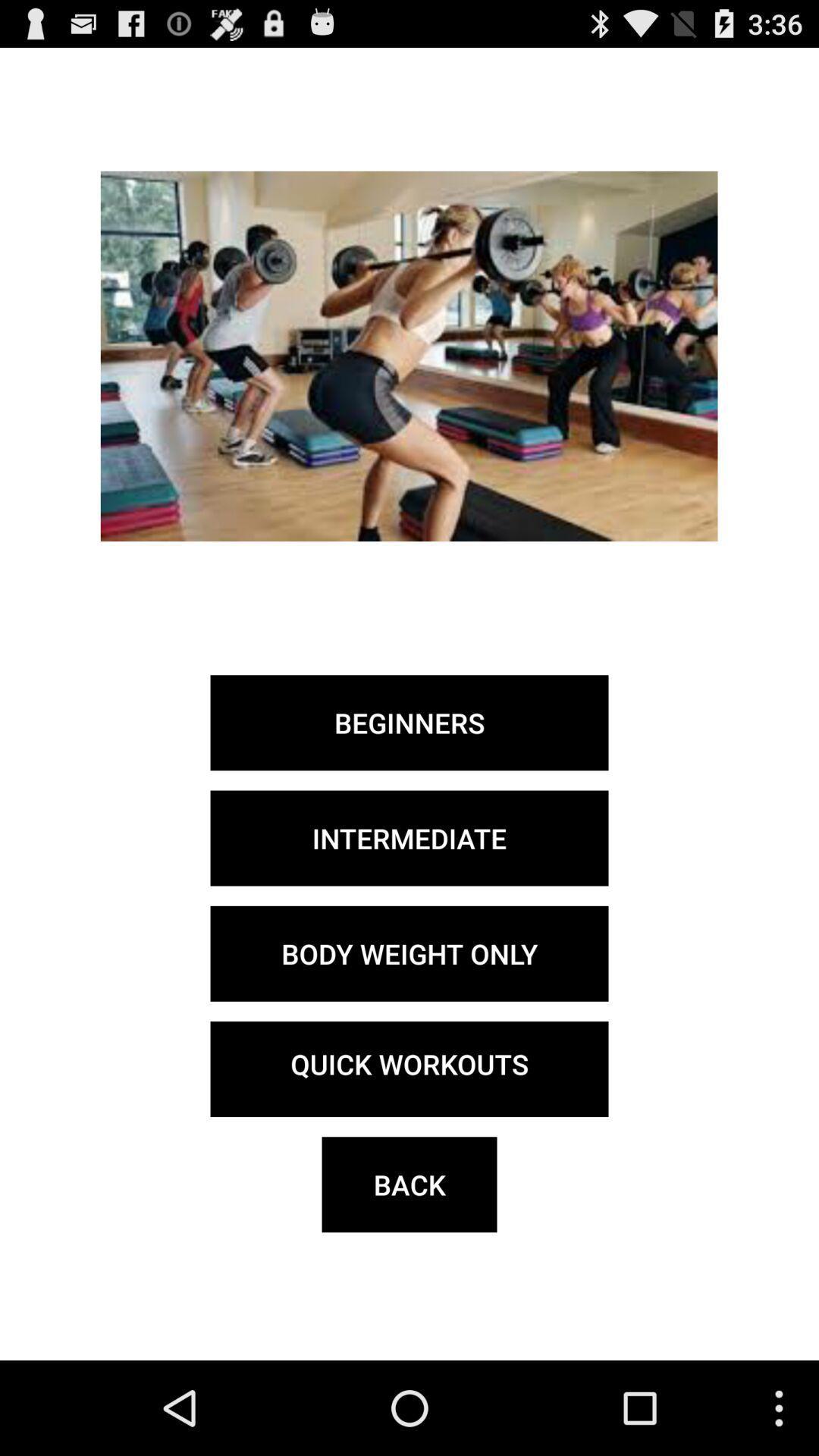  I want to click on the item below intermediate, so click(409, 952).